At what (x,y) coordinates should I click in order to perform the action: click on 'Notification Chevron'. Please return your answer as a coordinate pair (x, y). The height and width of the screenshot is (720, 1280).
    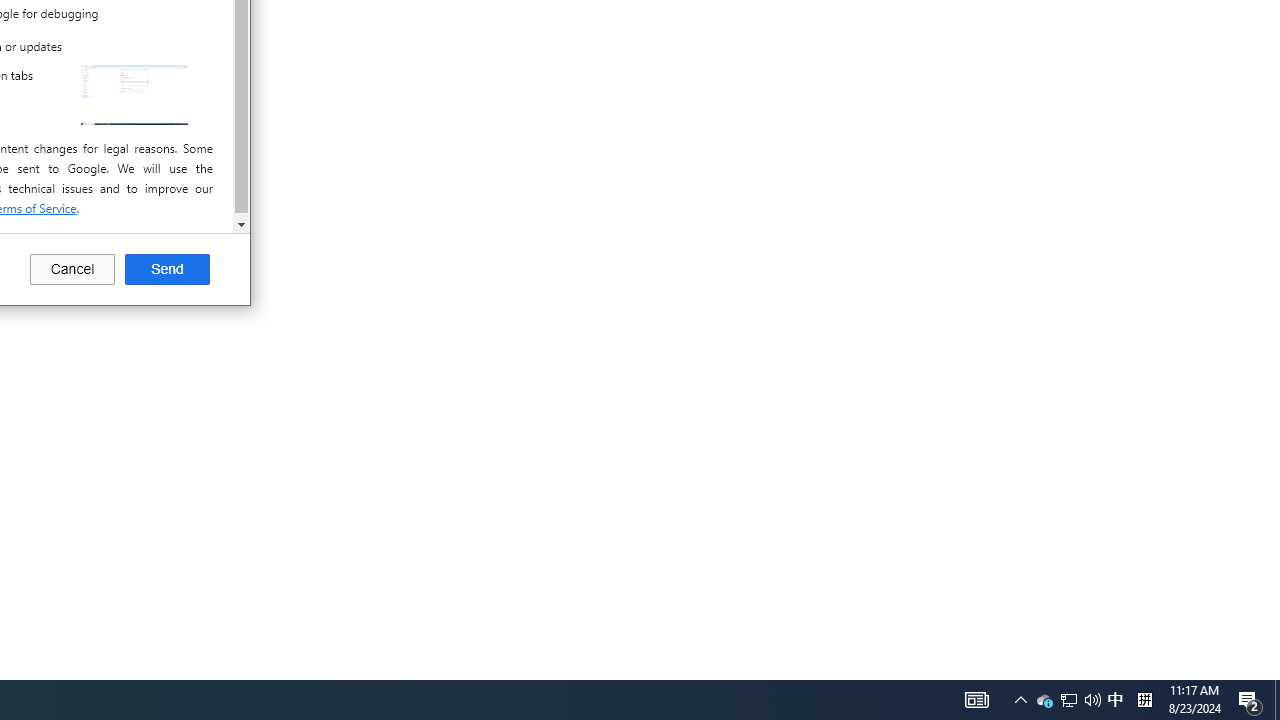
    Looking at the image, I should click on (1068, 698).